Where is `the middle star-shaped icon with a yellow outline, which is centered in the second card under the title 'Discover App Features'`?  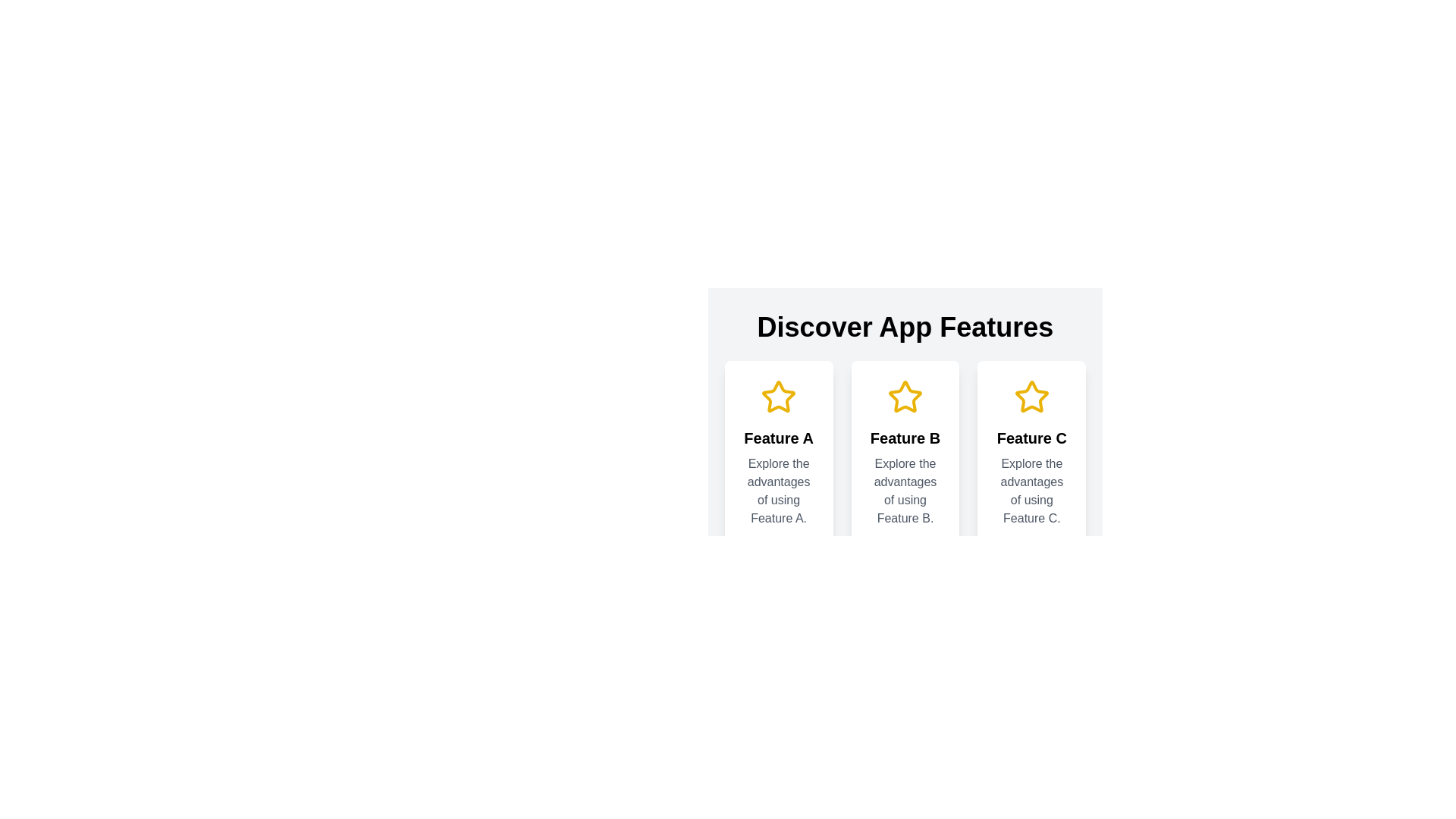 the middle star-shaped icon with a yellow outline, which is centered in the second card under the title 'Discover App Features' is located at coordinates (905, 396).